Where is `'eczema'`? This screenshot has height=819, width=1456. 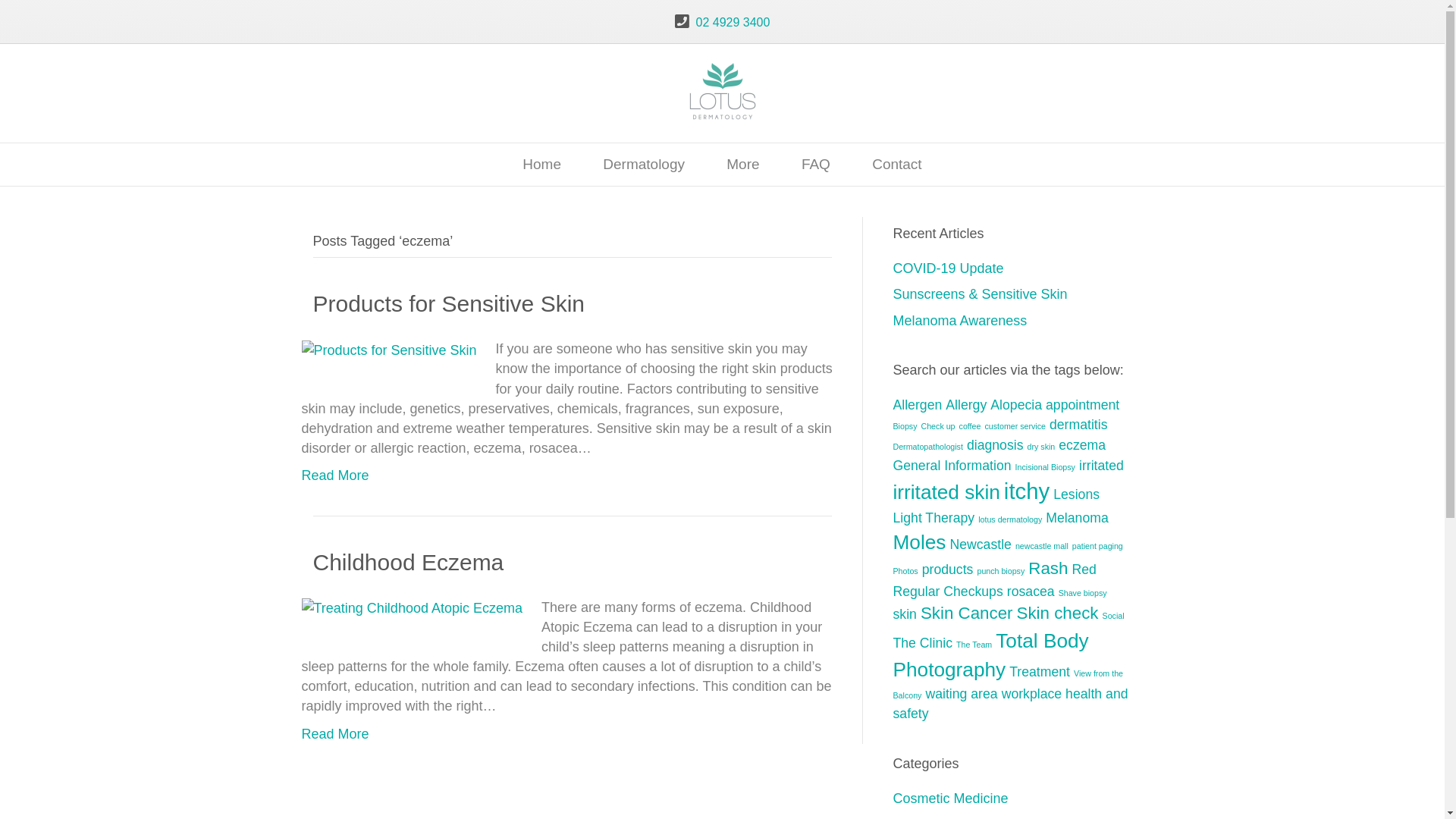 'eczema' is located at coordinates (1081, 444).